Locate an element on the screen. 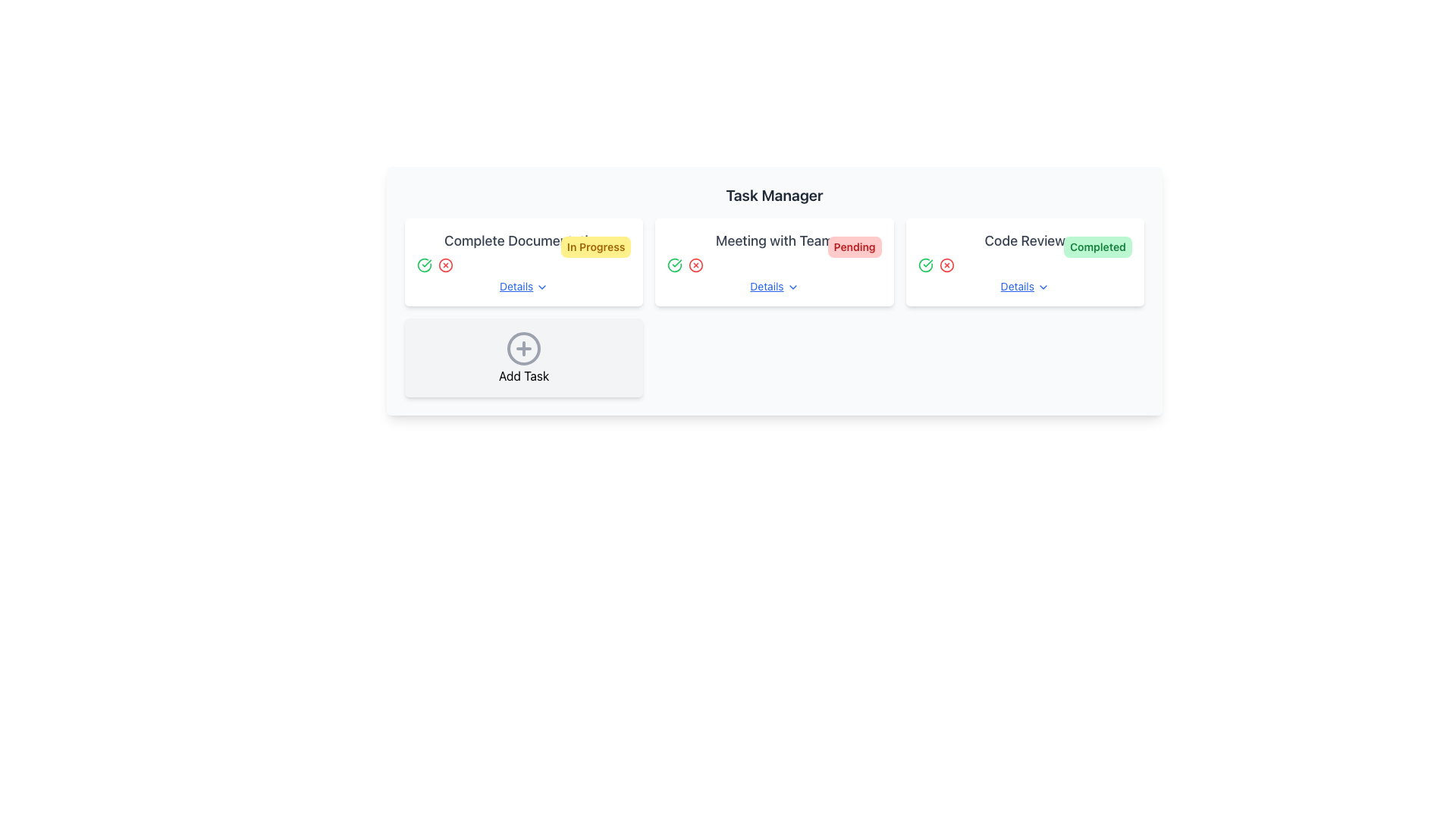 This screenshot has width=1456, height=819. the Icon button (circle with a plus symbol) located at the top center of the 'Add Task' card in the bottom left corner of the task management interface is located at coordinates (524, 348).